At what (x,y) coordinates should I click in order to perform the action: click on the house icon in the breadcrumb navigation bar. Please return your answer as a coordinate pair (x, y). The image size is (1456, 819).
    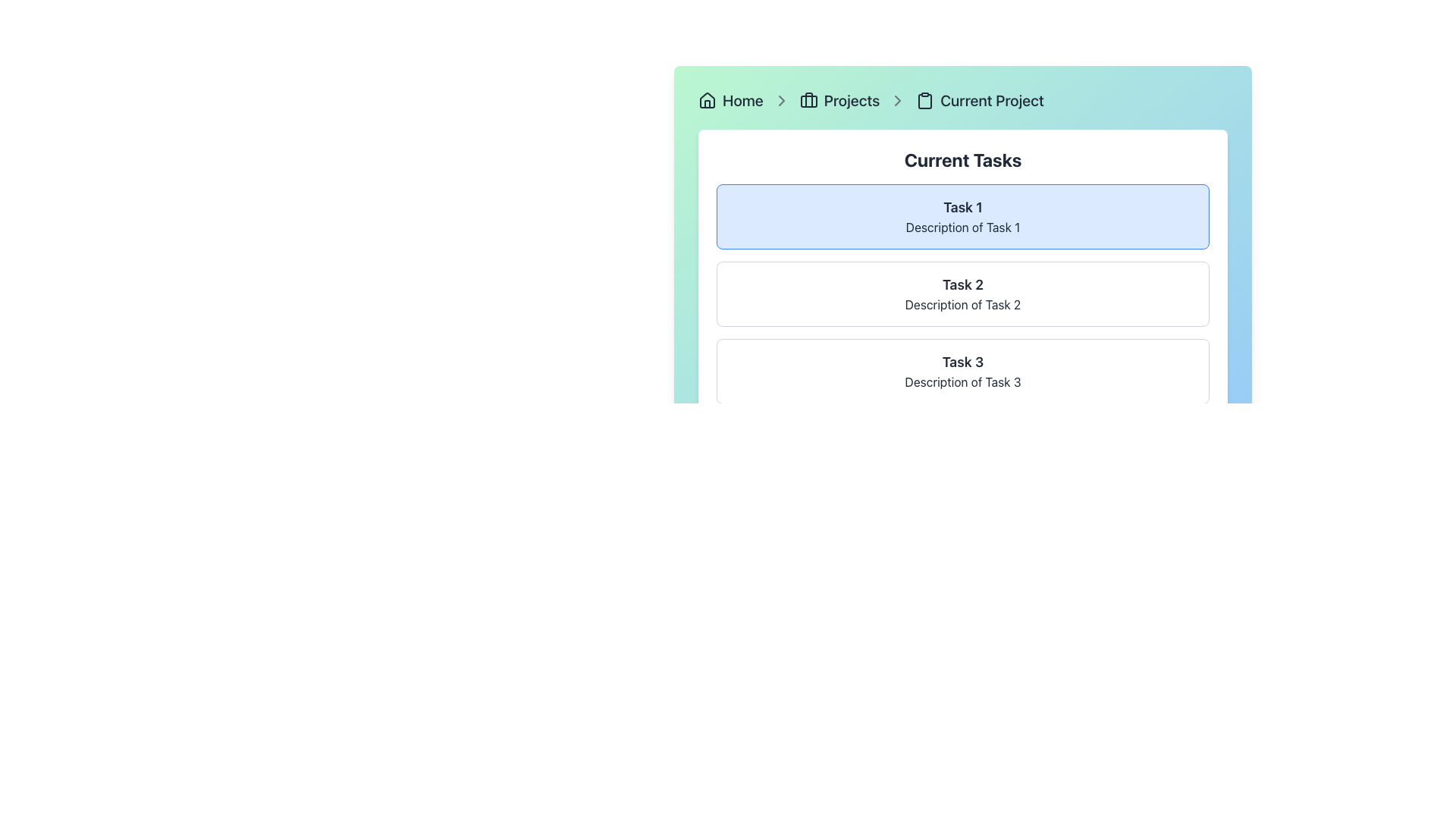
    Looking at the image, I should click on (706, 99).